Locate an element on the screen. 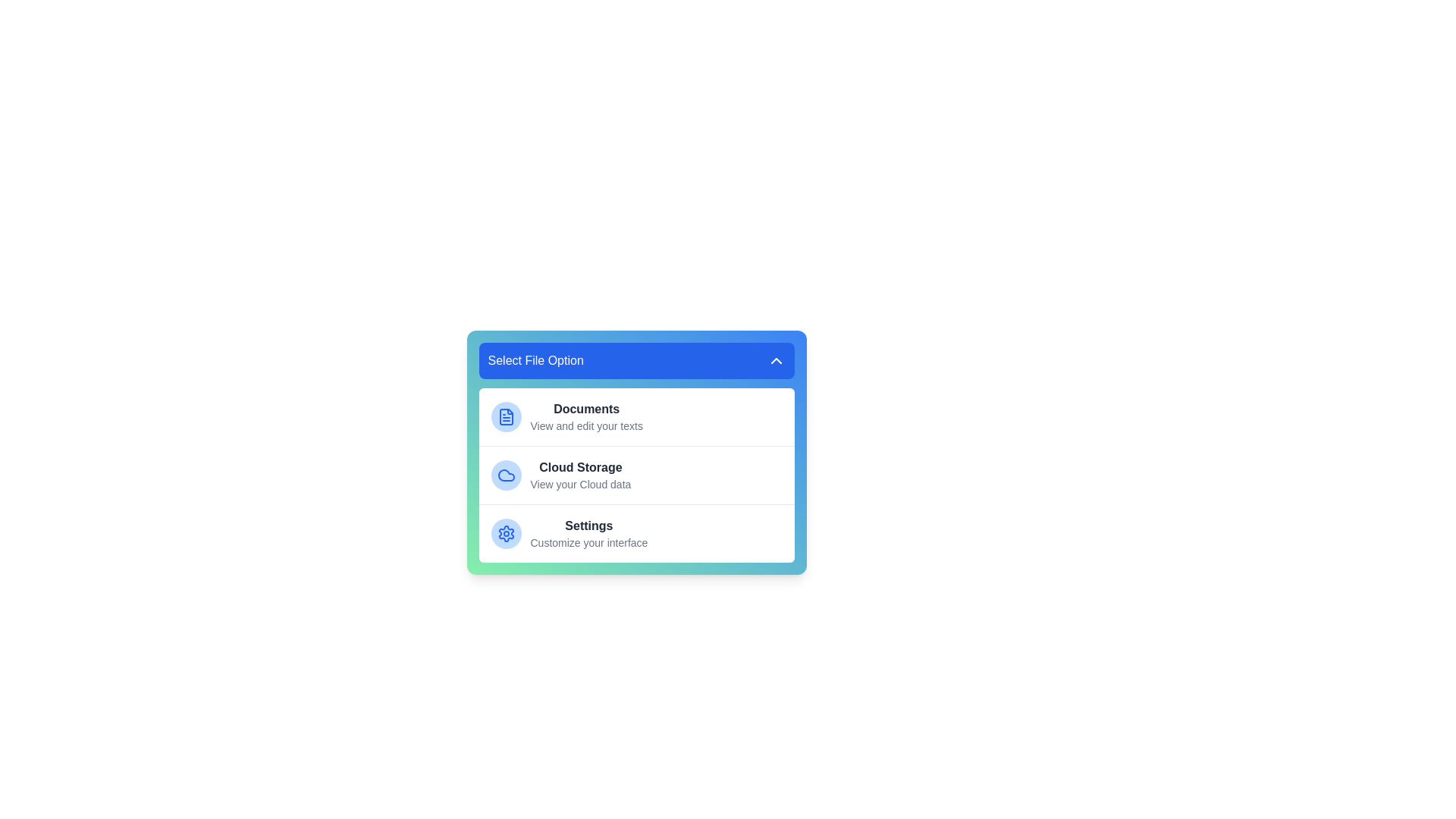 The height and width of the screenshot is (819, 1456). the 'Documents' label, which is the topmost item in the menu card under 'Select File Option', displayed in bold, dark gray font is located at coordinates (585, 409).